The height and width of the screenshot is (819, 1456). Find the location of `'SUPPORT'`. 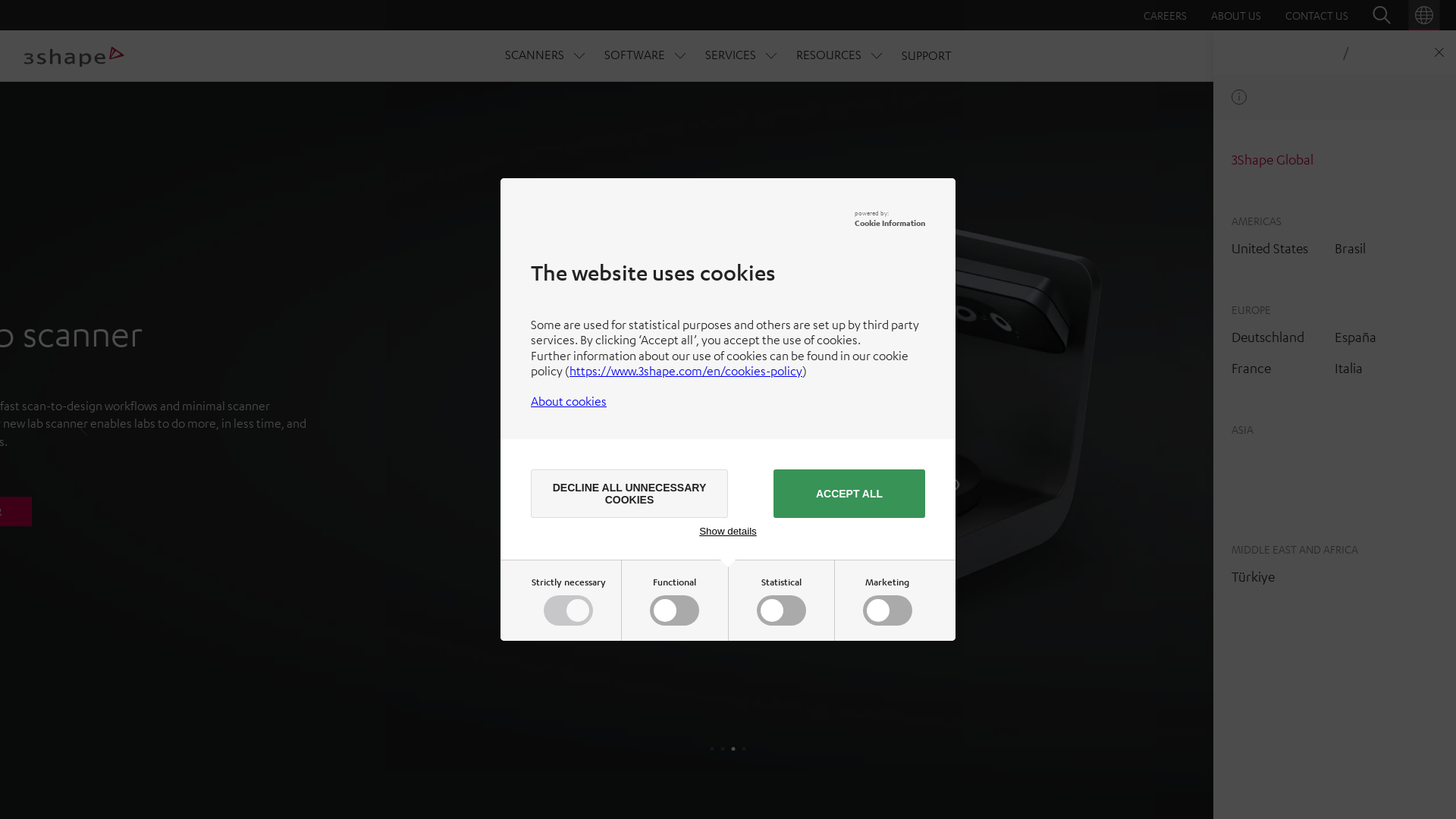

'SUPPORT' is located at coordinates (924, 55).